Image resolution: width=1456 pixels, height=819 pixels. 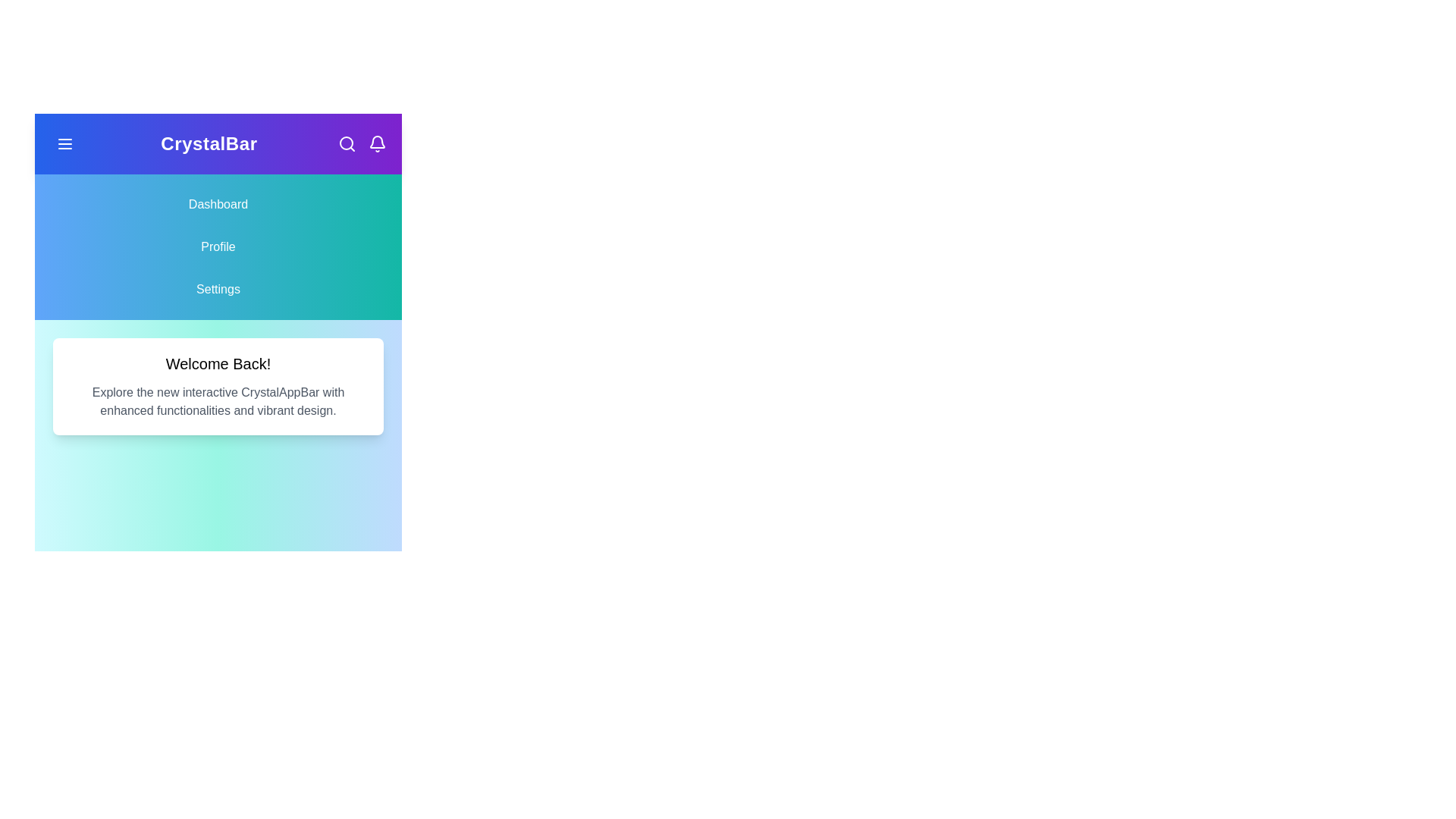 I want to click on the notification bell icon to view notifications, so click(x=378, y=143).